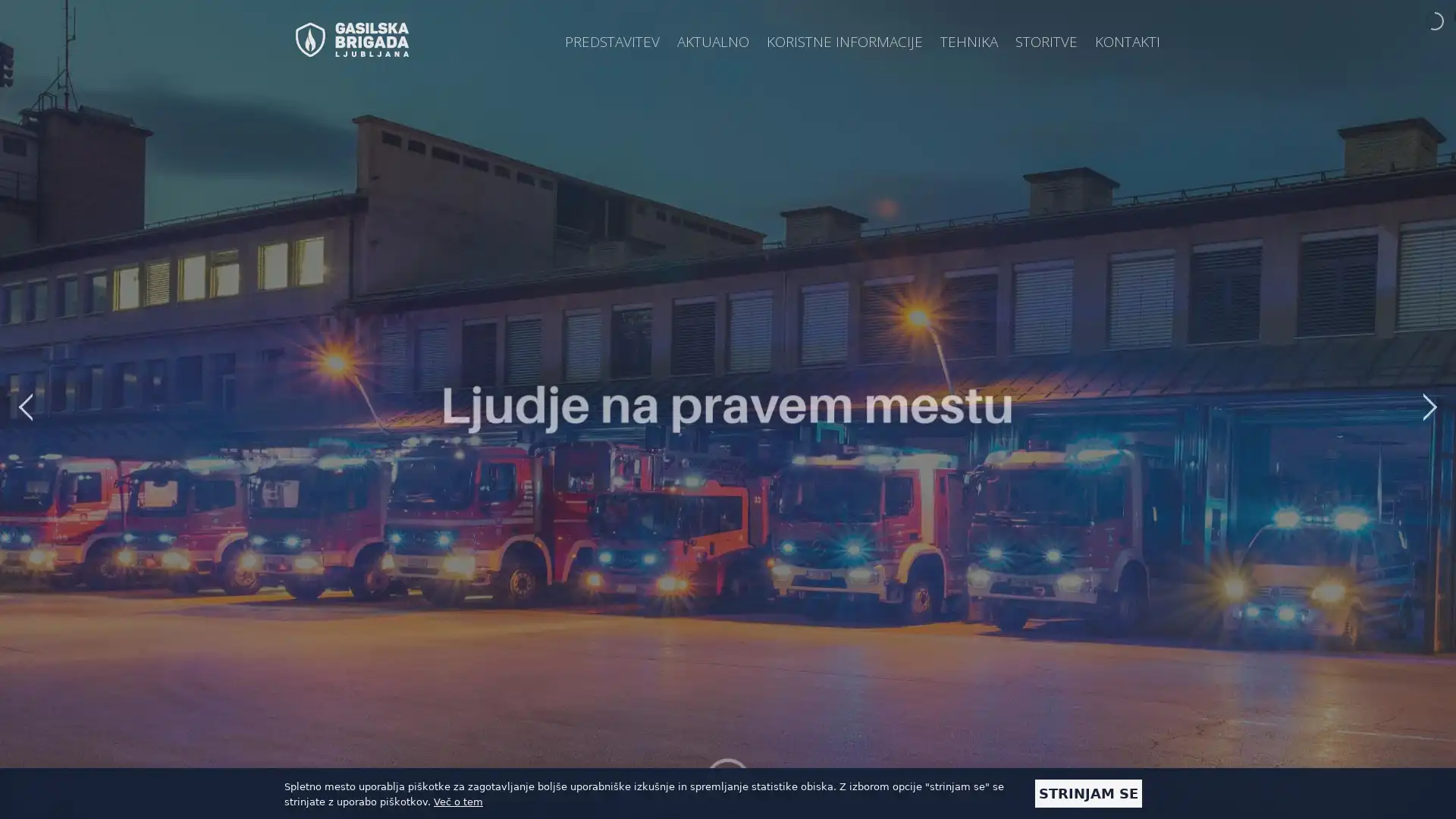 The image size is (1456, 819). What do you see at coordinates (1087, 792) in the screenshot?
I see `STRINJAM SE` at bounding box center [1087, 792].